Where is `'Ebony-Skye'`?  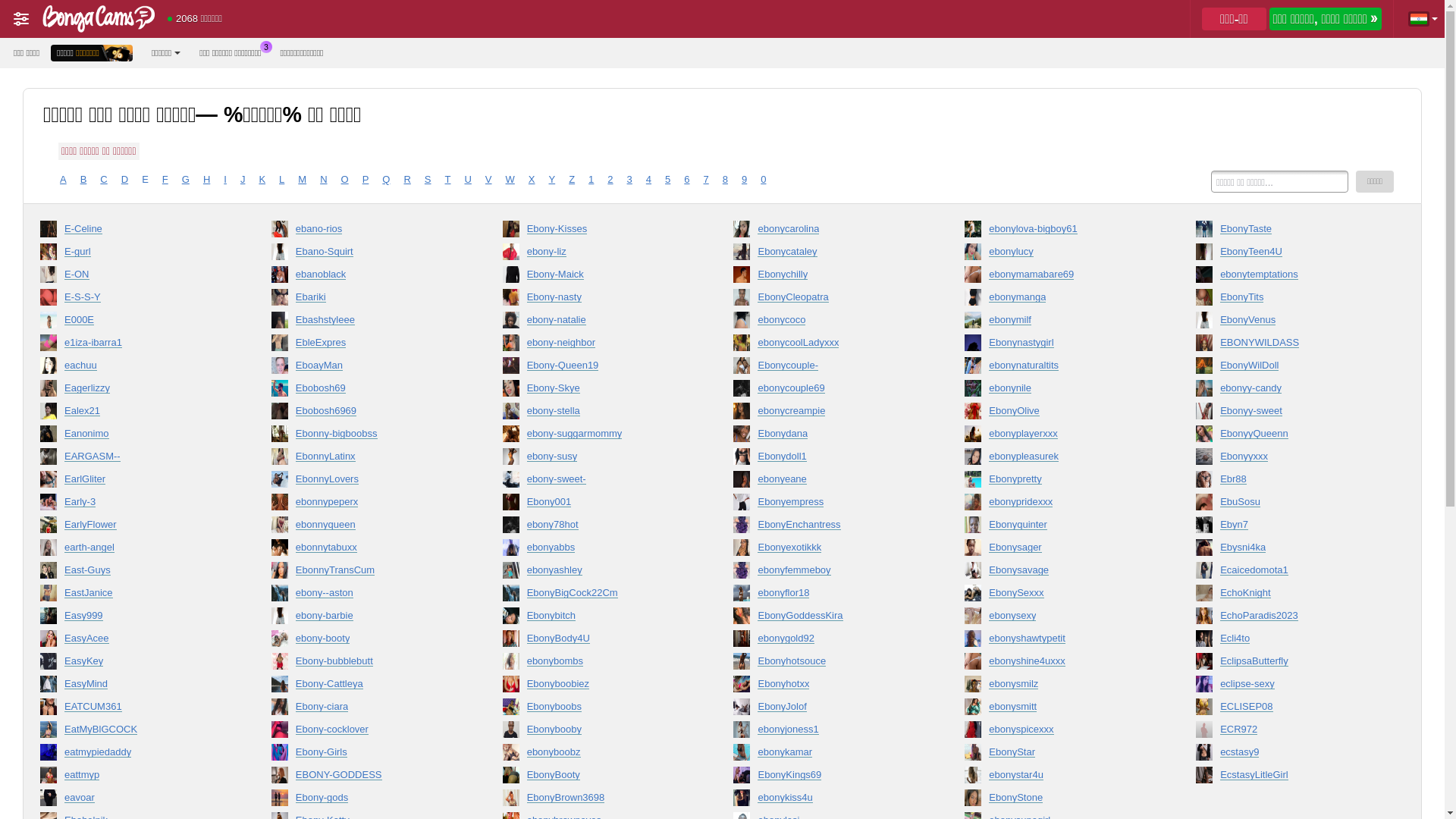 'Ebony-Skye' is located at coordinates (596, 391).